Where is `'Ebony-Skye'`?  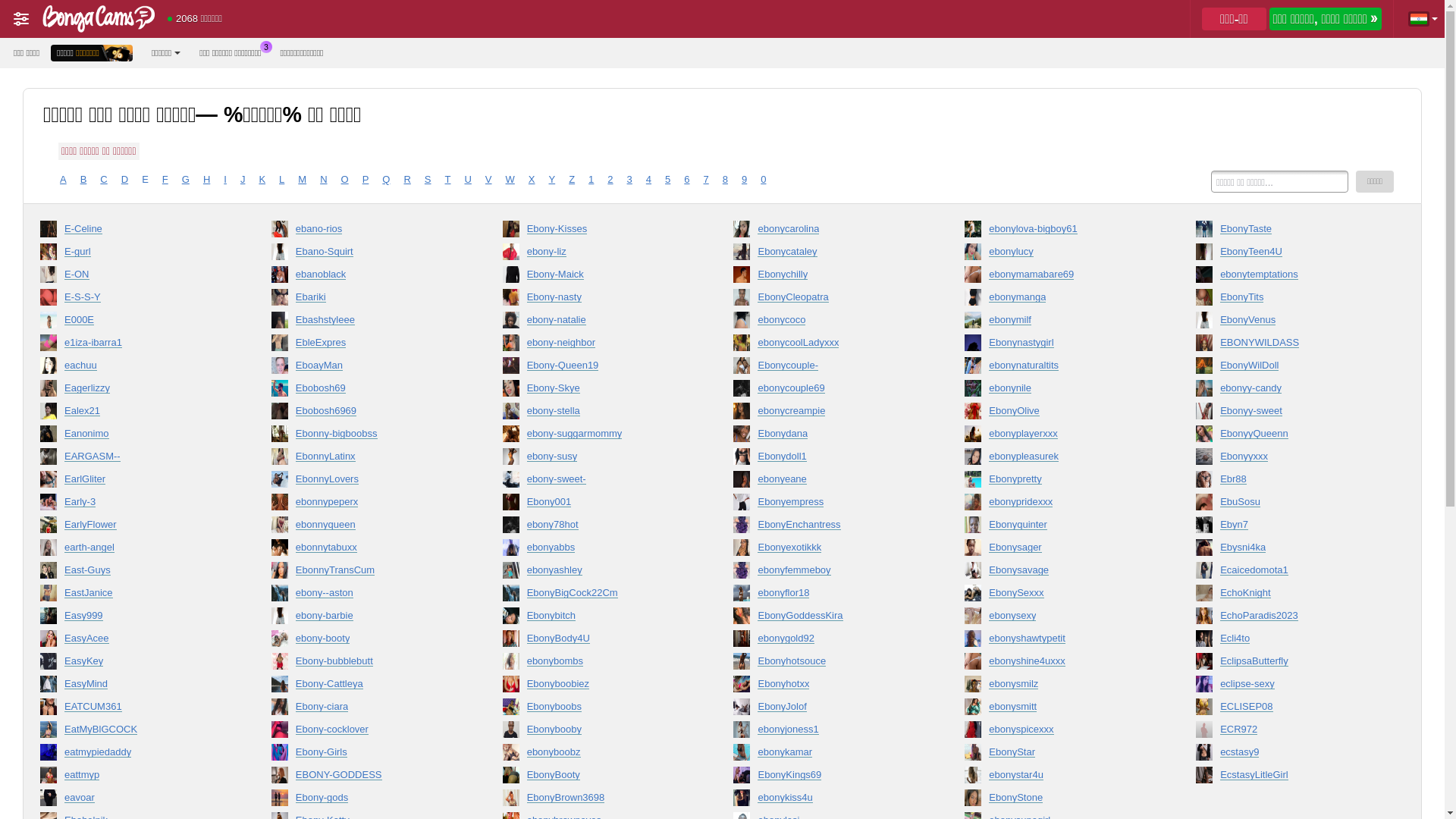 'Ebony-Skye' is located at coordinates (596, 391).